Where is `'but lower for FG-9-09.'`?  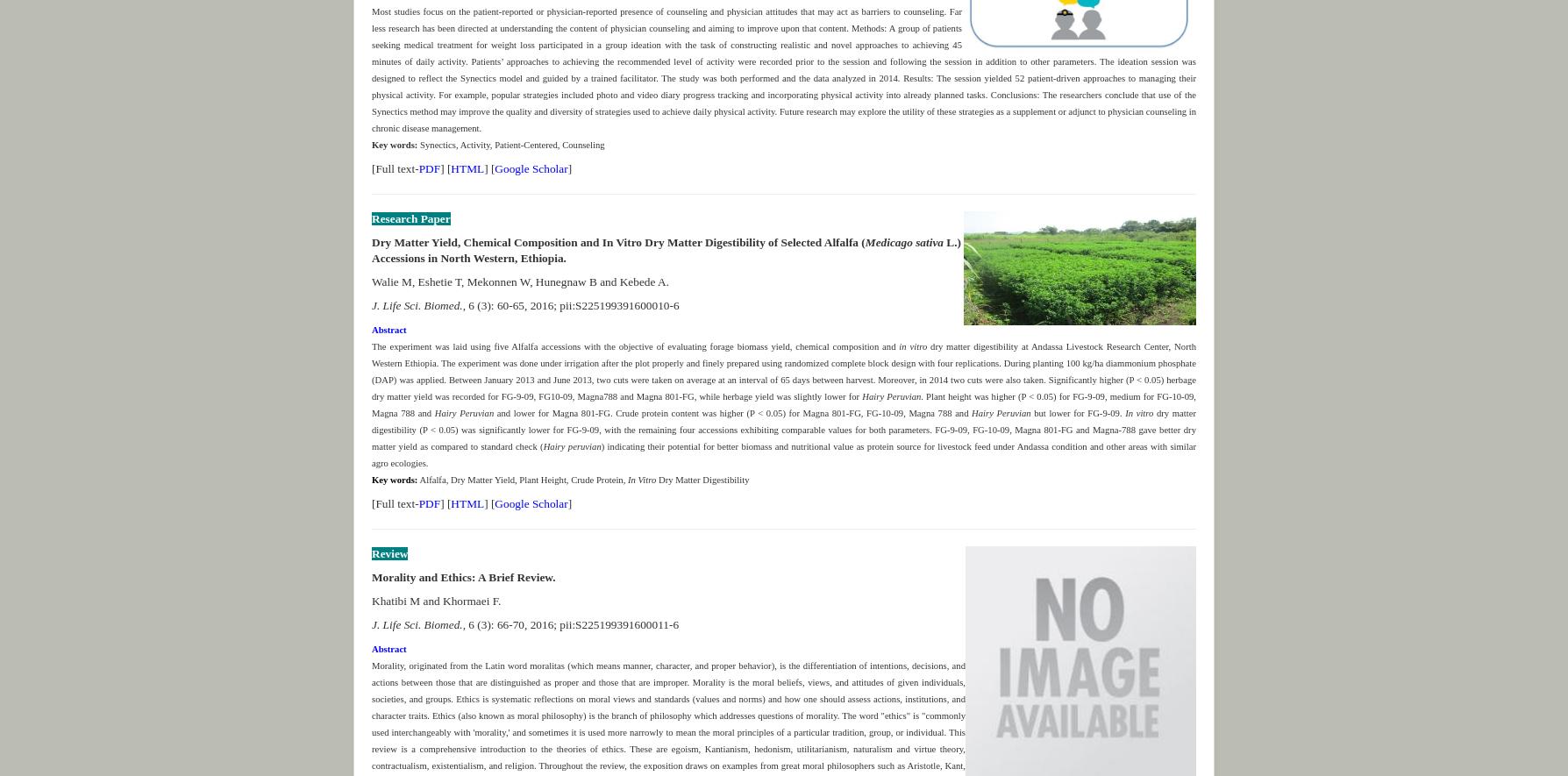
'but lower for FG-9-09.' is located at coordinates (1077, 411).